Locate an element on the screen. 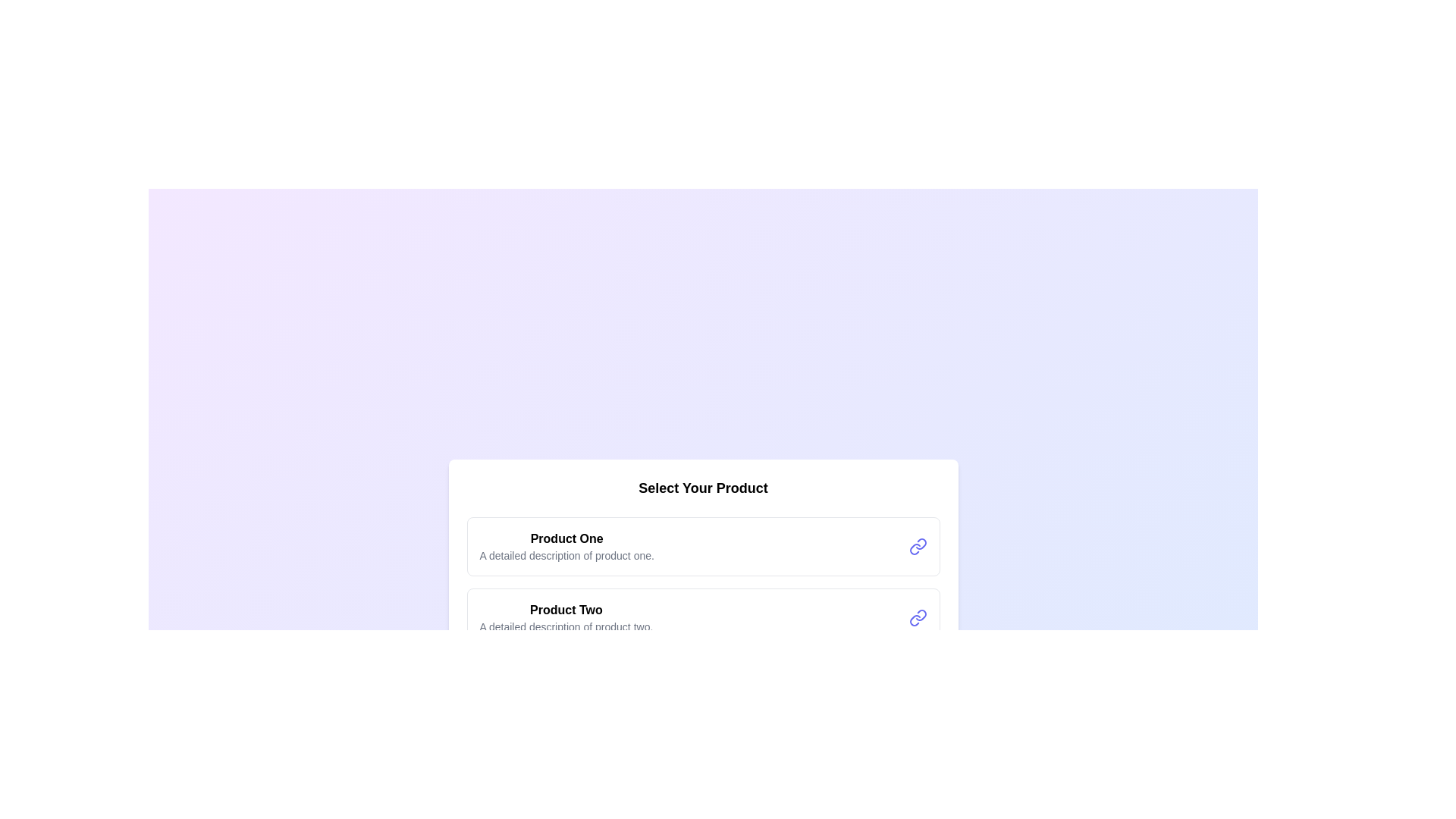  the text display component titled 'Product One', which includes a bold title and a smaller description above the 'Product Two' listing is located at coordinates (566, 547).